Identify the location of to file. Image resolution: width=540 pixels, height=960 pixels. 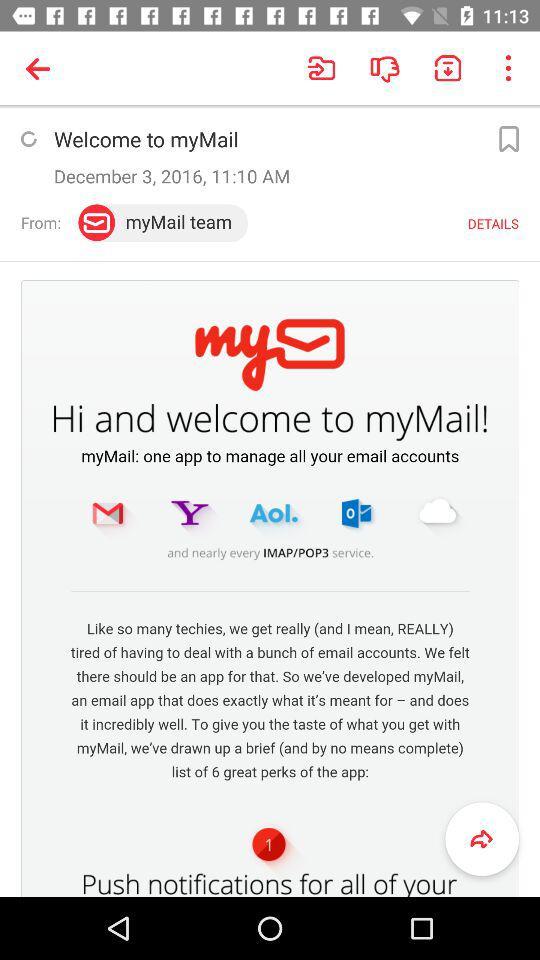
(508, 138).